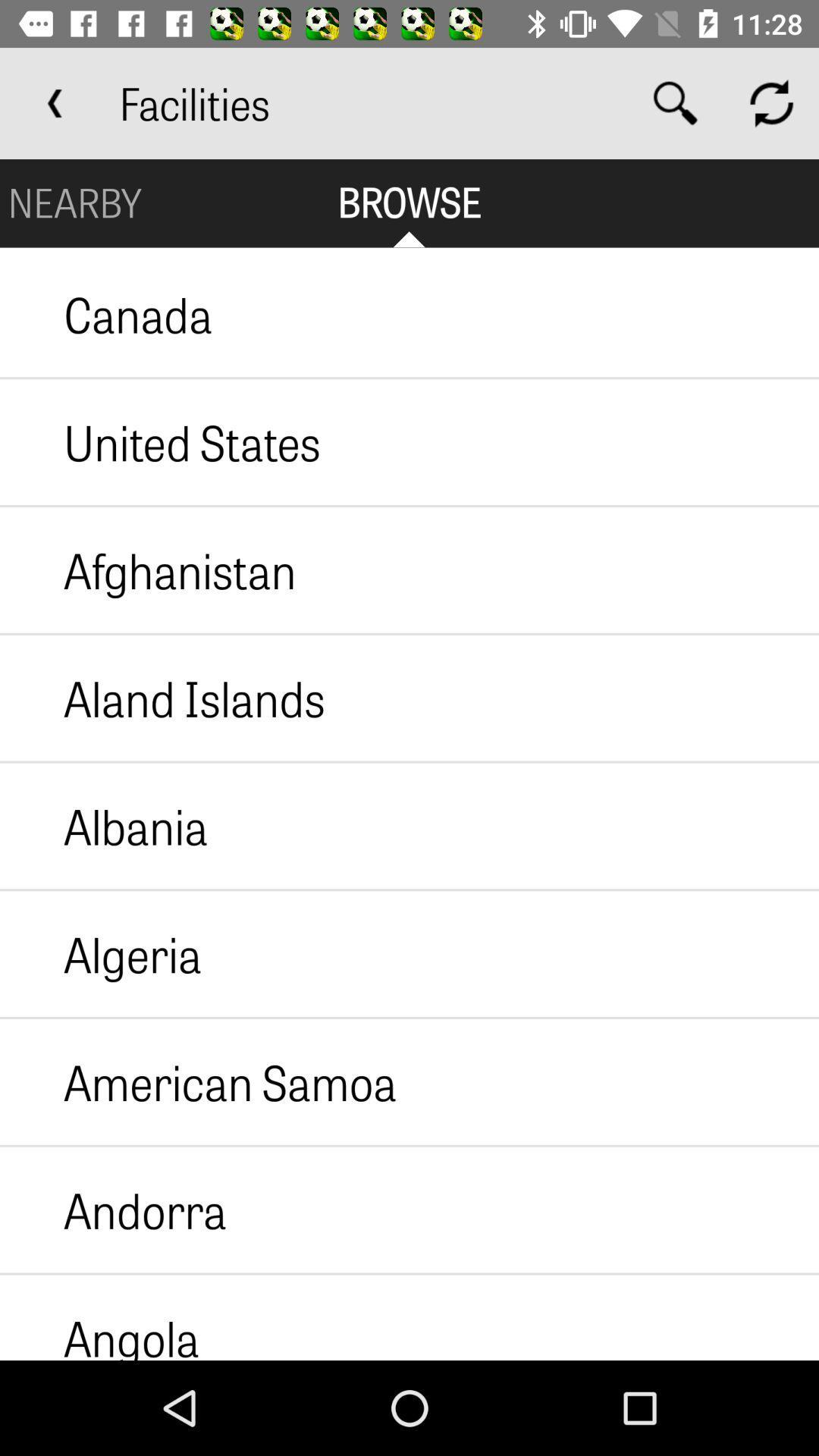 Image resolution: width=819 pixels, height=1456 pixels. Describe the element at coordinates (197, 1081) in the screenshot. I see `american samoa item` at that location.